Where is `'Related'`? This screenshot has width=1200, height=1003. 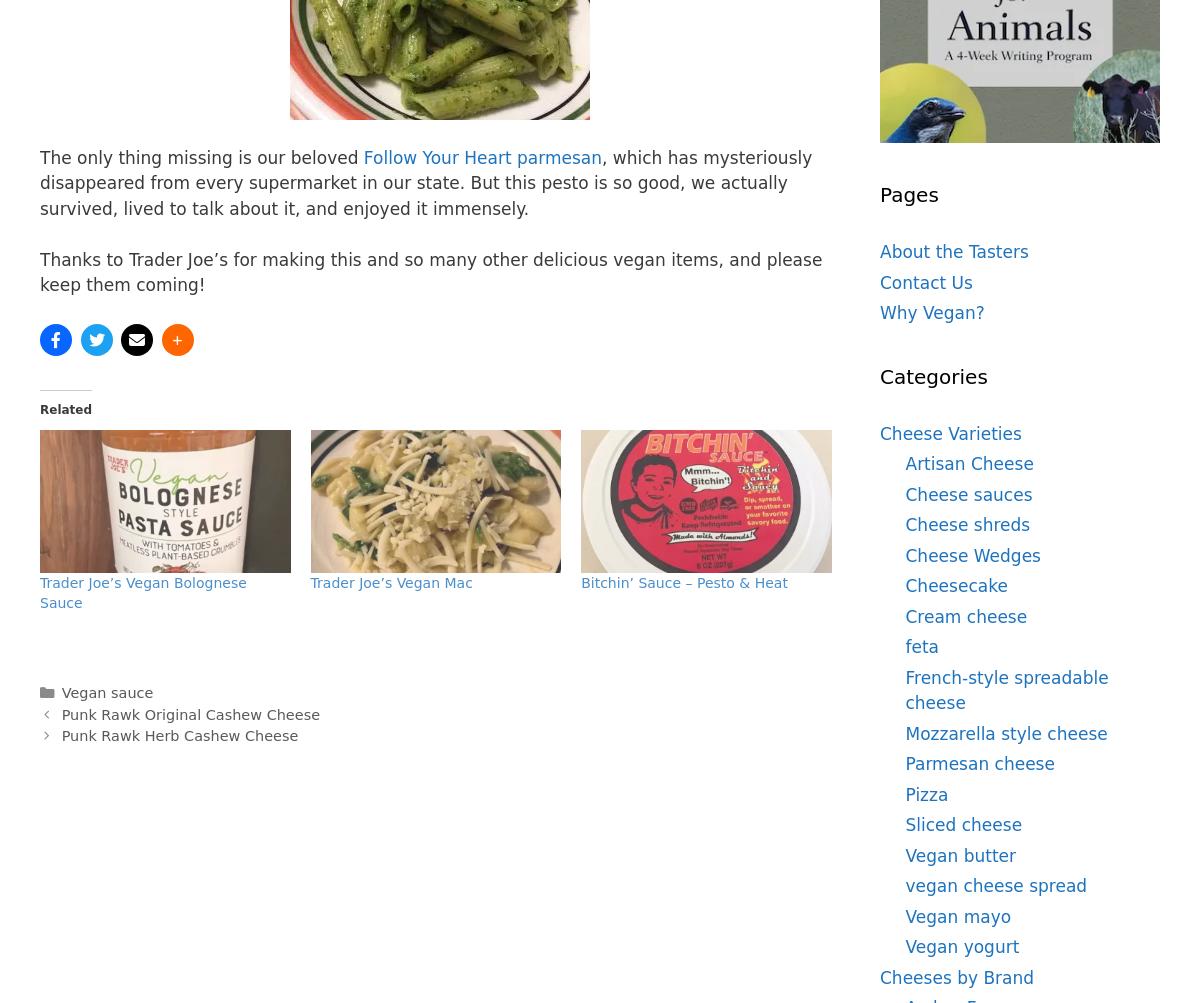
'Related' is located at coordinates (66, 410).